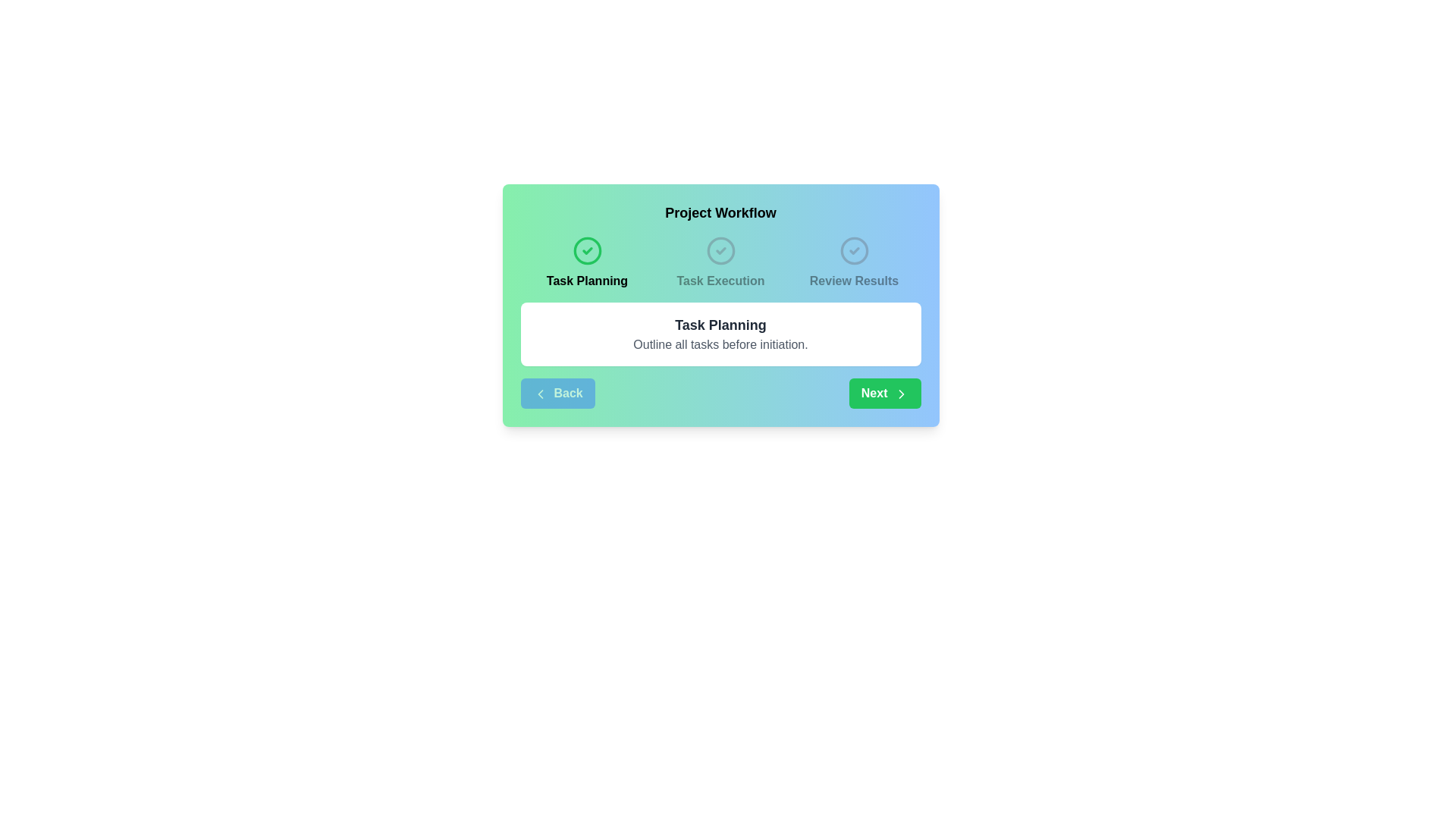 This screenshot has width=1456, height=819. Describe the element at coordinates (884, 393) in the screenshot. I see `the 'Next' button to proceed to the next step` at that location.